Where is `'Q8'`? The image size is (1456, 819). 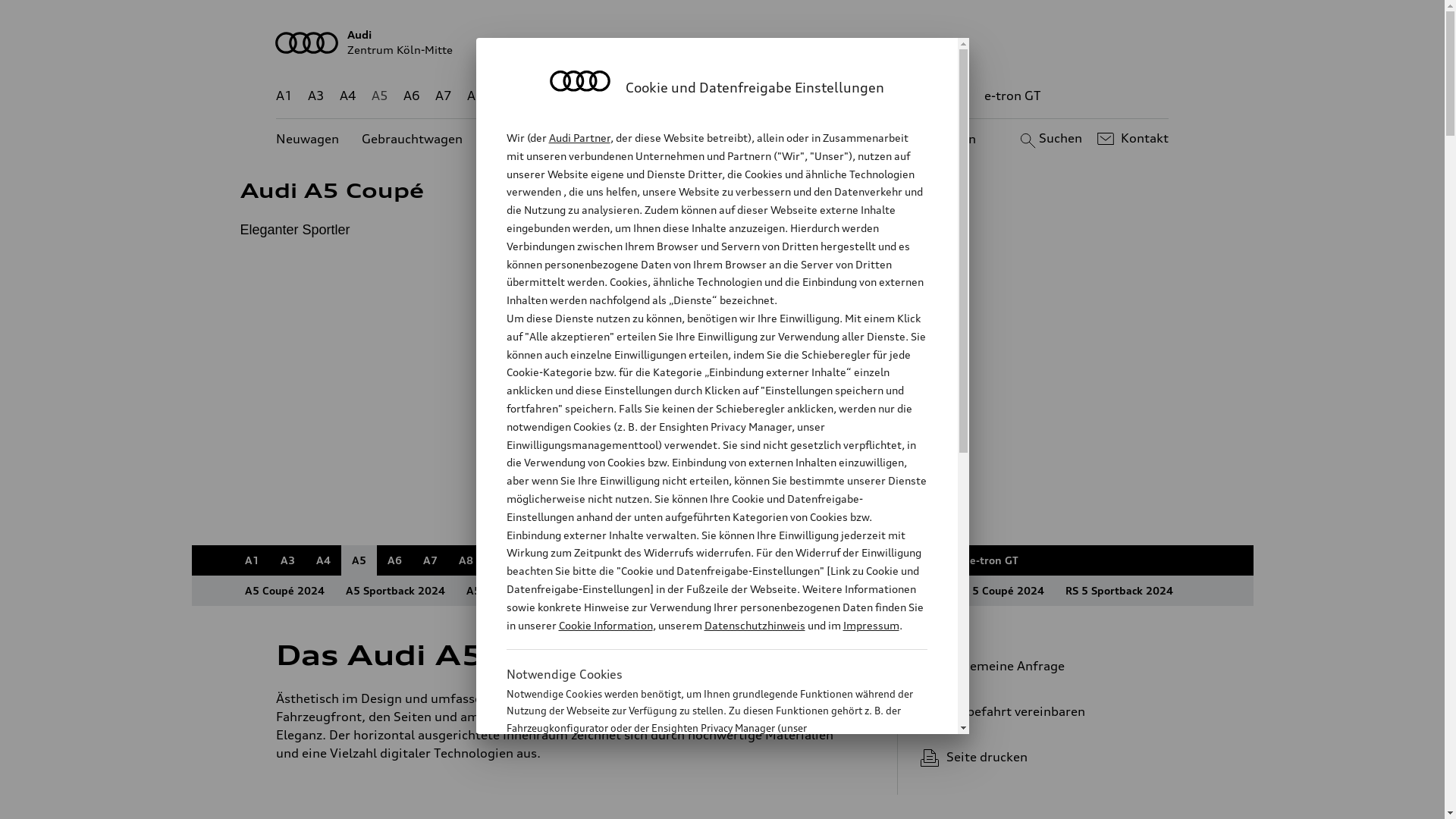
'Q8' is located at coordinates (710, 96).